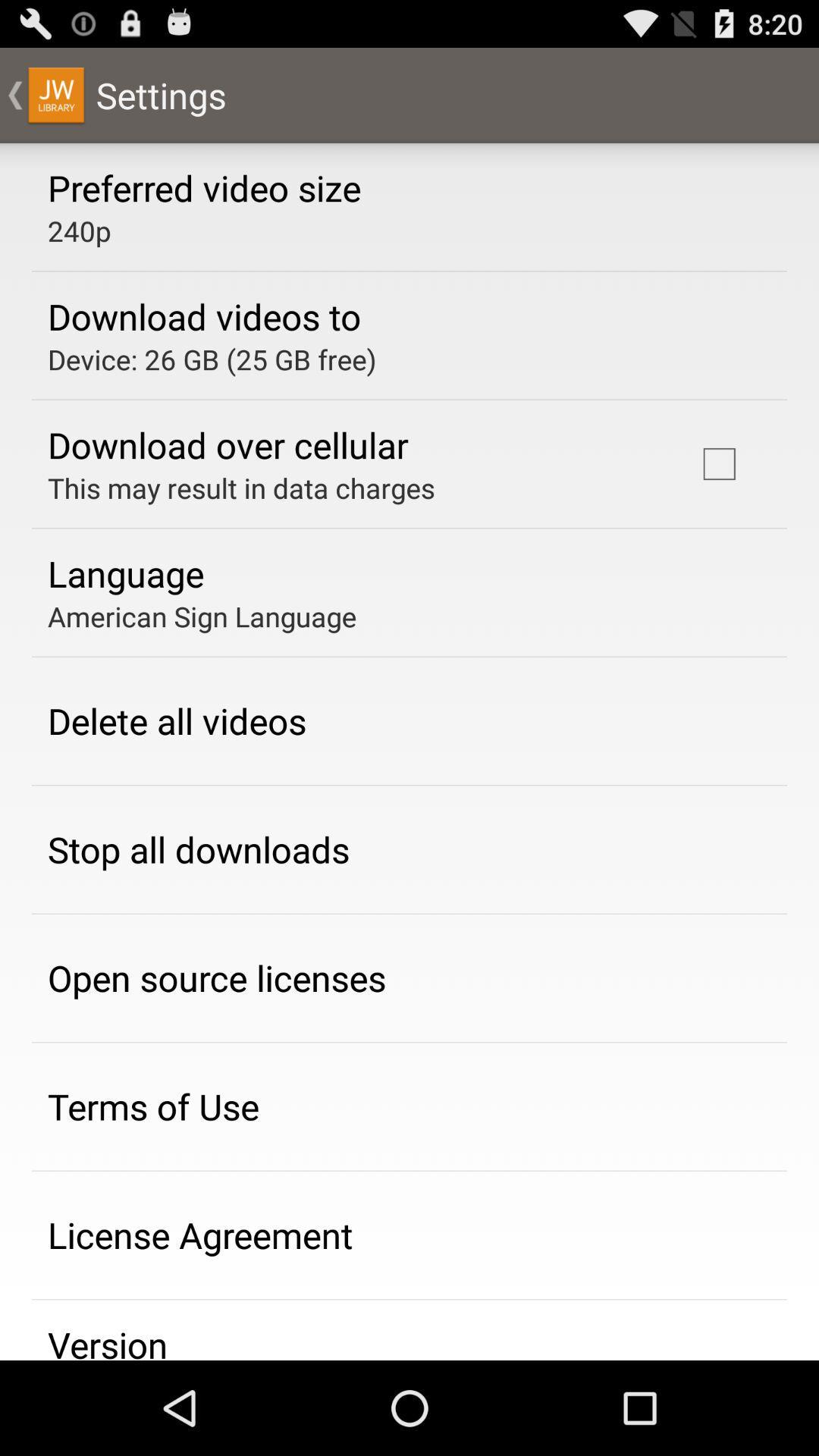  Describe the element at coordinates (79, 230) in the screenshot. I see `240p app` at that location.